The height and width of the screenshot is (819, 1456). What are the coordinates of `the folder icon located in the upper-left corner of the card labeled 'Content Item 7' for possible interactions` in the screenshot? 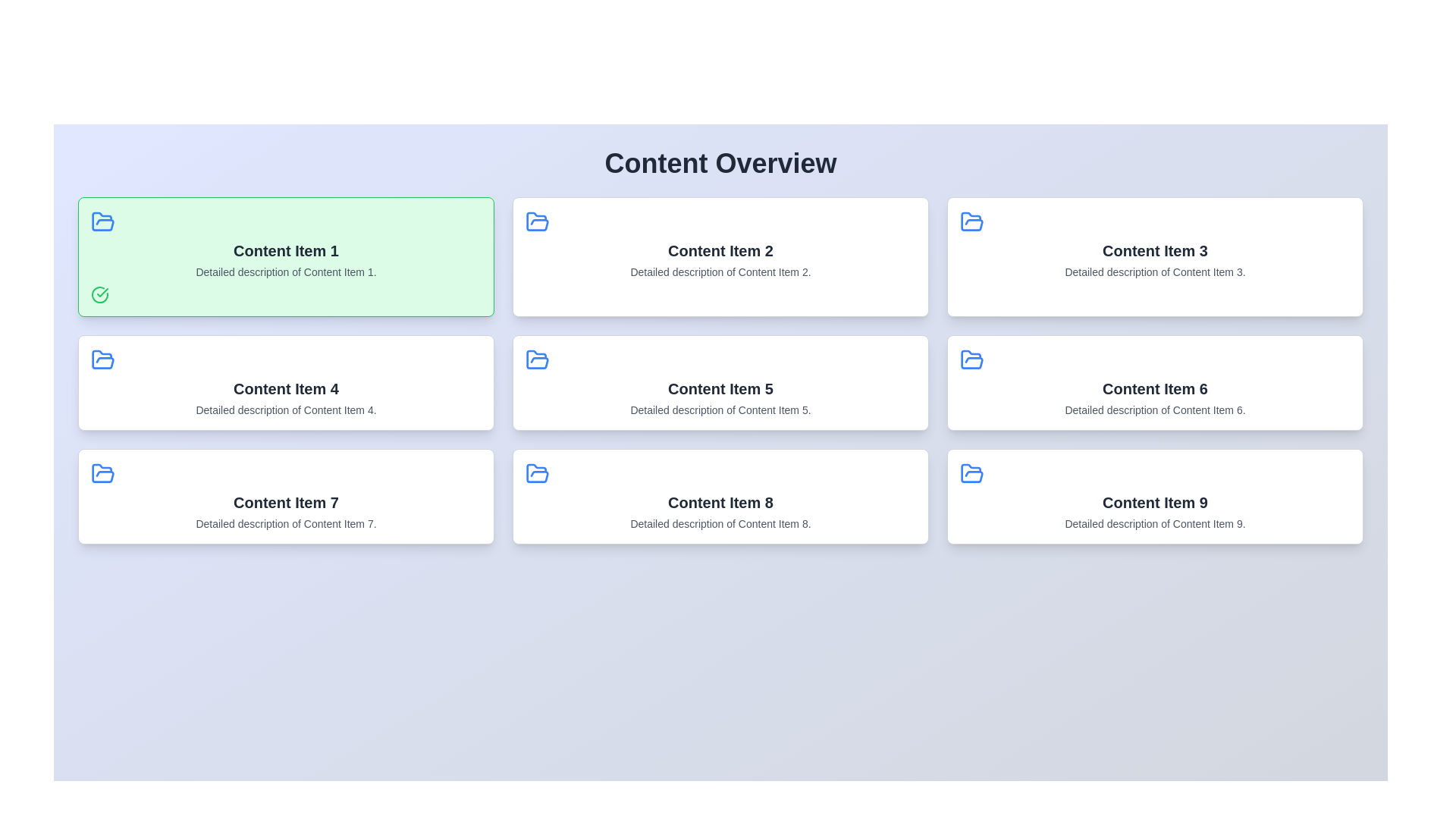 It's located at (102, 472).